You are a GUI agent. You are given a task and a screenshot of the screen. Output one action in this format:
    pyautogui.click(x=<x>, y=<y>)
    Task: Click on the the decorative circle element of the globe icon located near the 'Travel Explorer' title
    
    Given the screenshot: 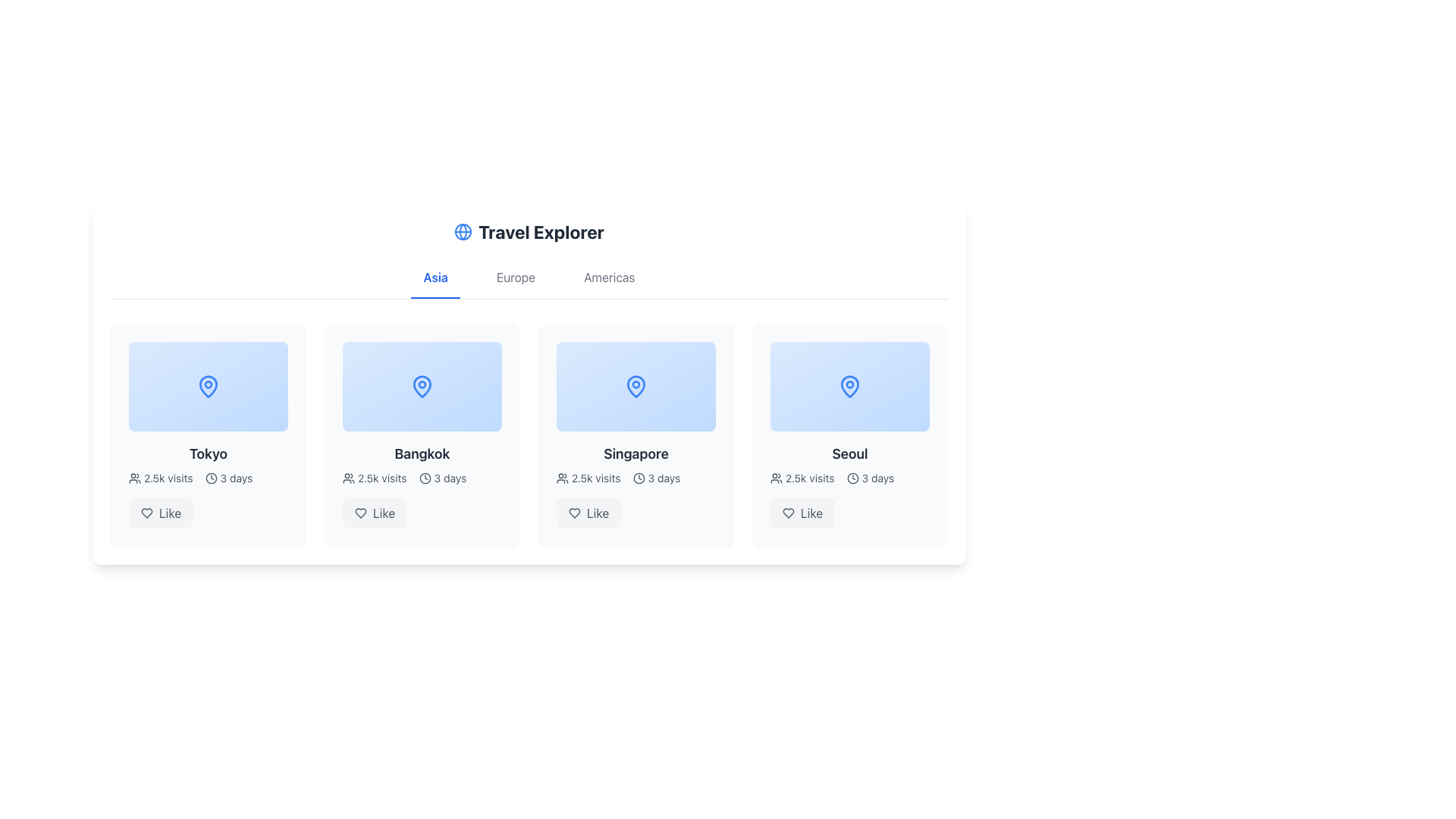 What is the action you would take?
    pyautogui.click(x=463, y=231)
    